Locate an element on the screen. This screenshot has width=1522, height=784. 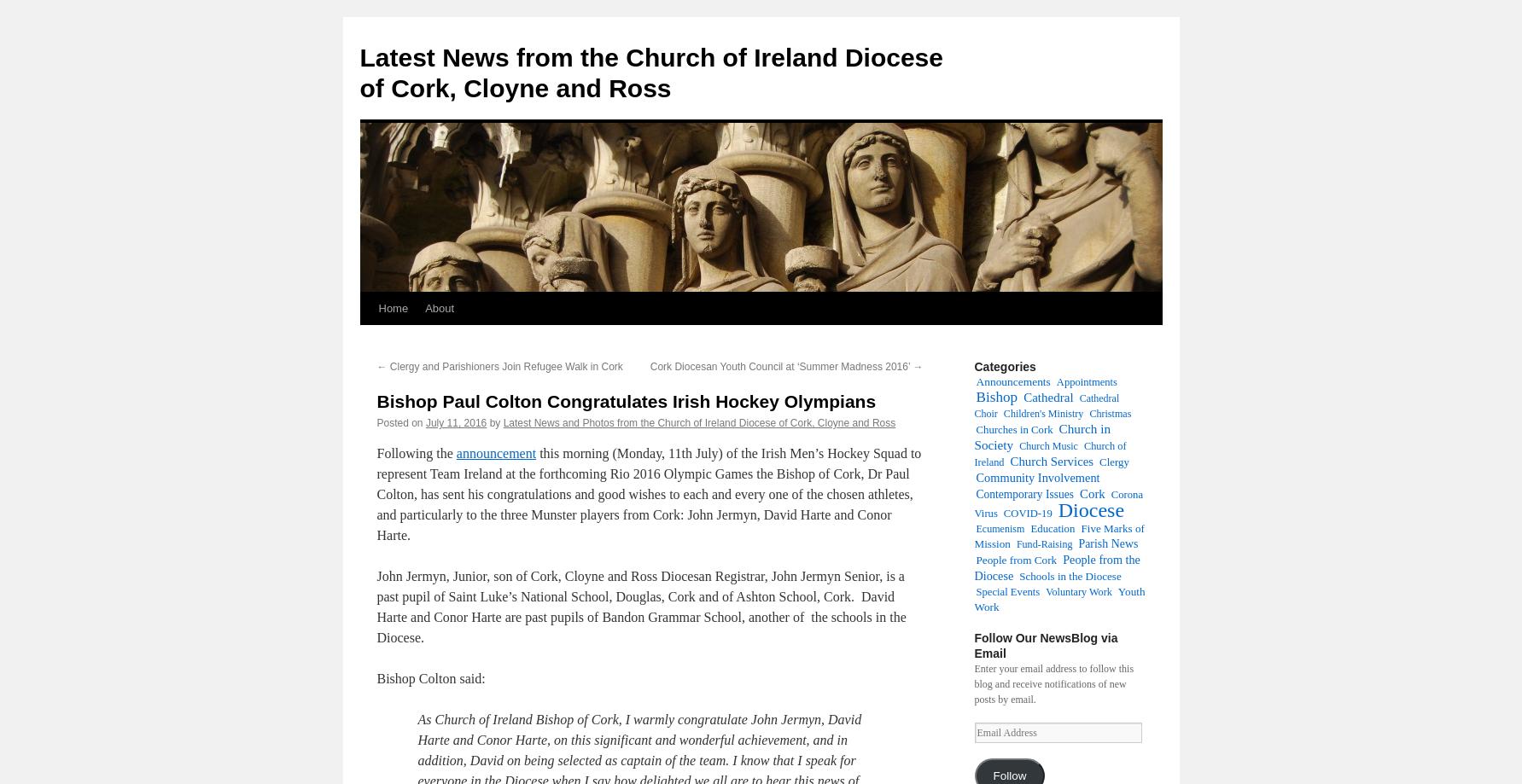
'Appointments' is located at coordinates (1086, 382).